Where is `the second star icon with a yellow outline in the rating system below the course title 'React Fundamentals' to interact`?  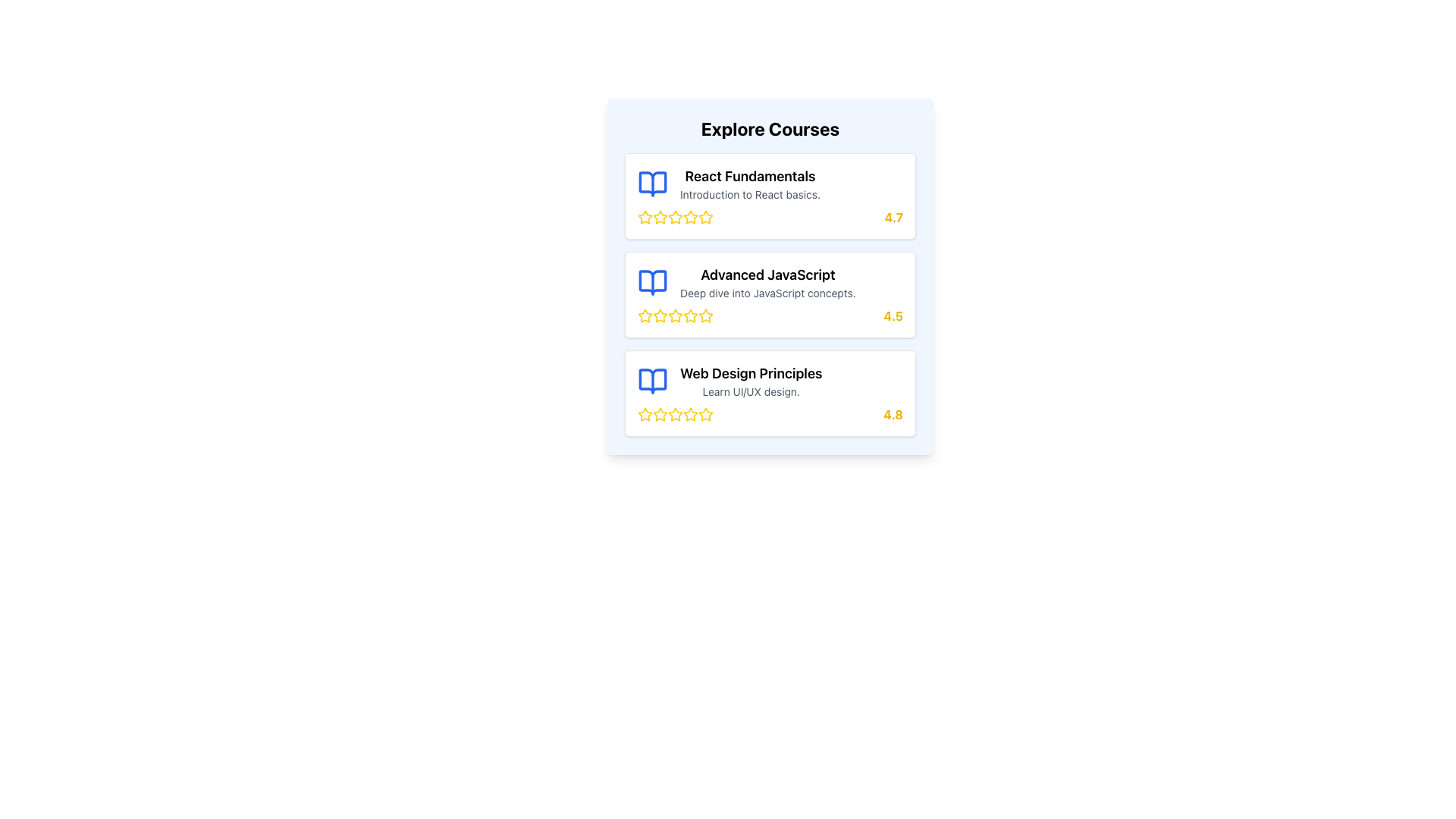 the second star icon with a yellow outline in the rating system below the course title 'React Fundamentals' to interact is located at coordinates (689, 216).